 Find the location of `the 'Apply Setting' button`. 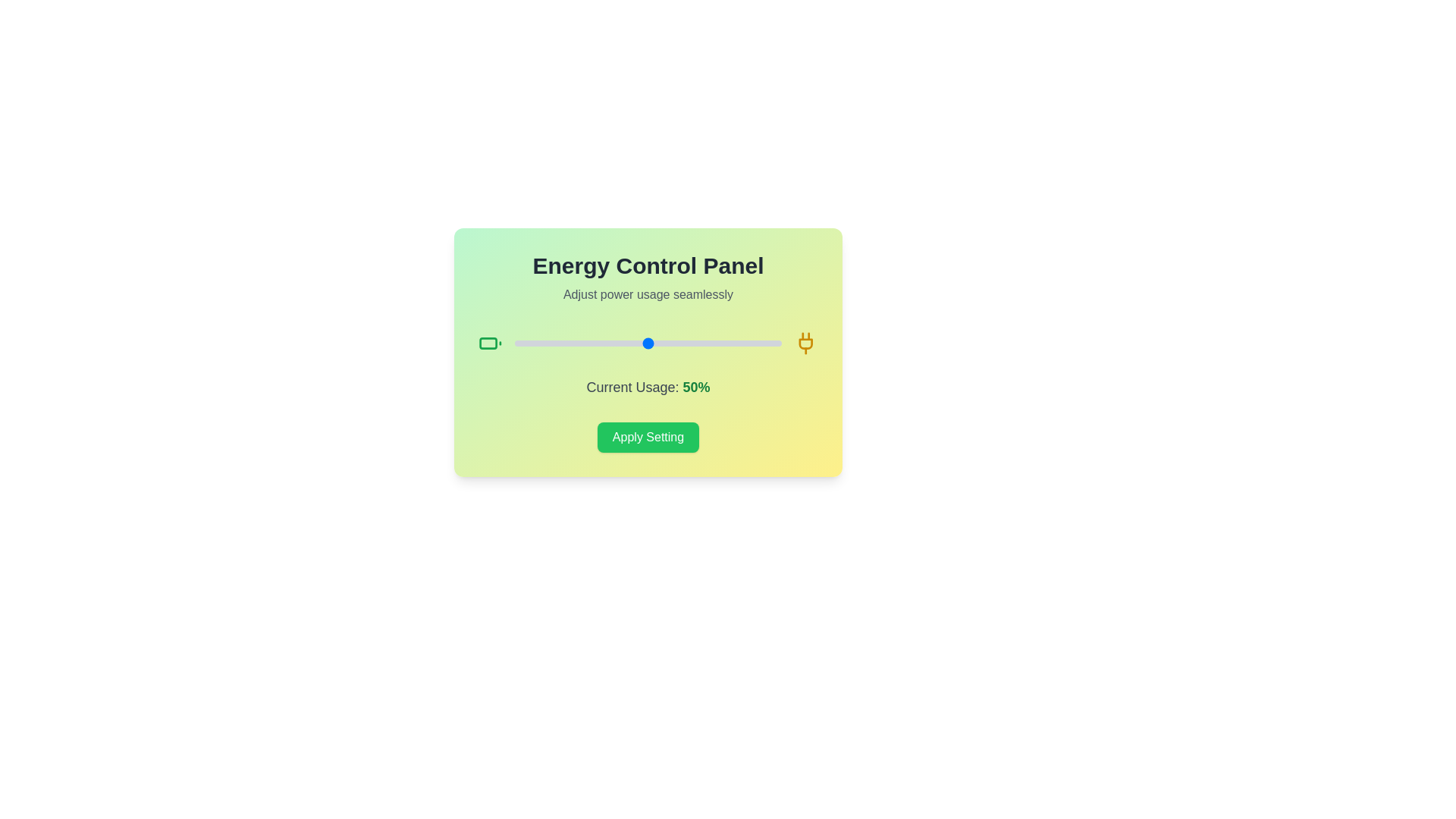

the 'Apply Setting' button is located at coordinates (648, 438).